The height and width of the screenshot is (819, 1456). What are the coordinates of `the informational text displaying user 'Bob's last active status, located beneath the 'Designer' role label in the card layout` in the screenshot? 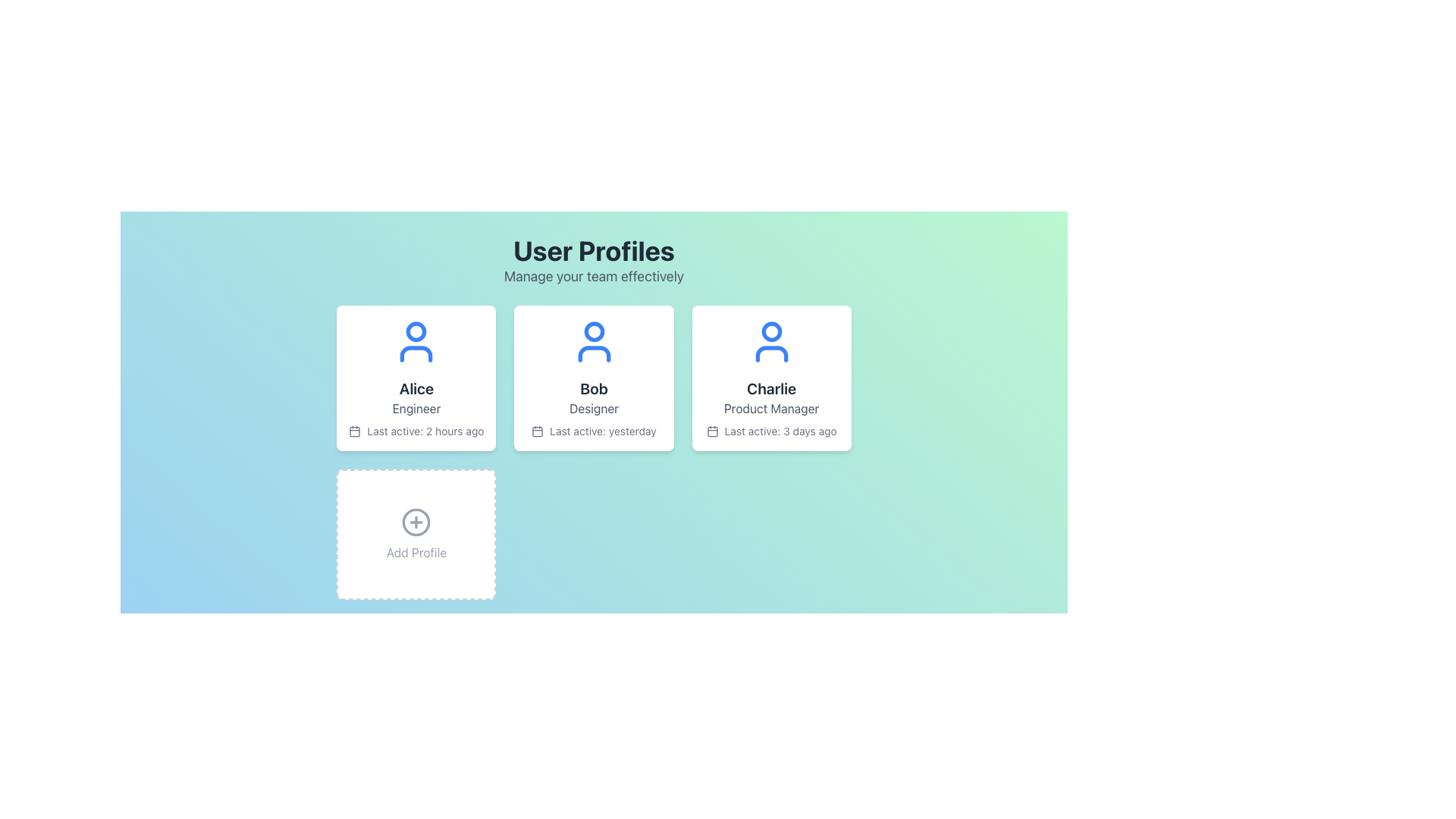 It's located at (593, 431).